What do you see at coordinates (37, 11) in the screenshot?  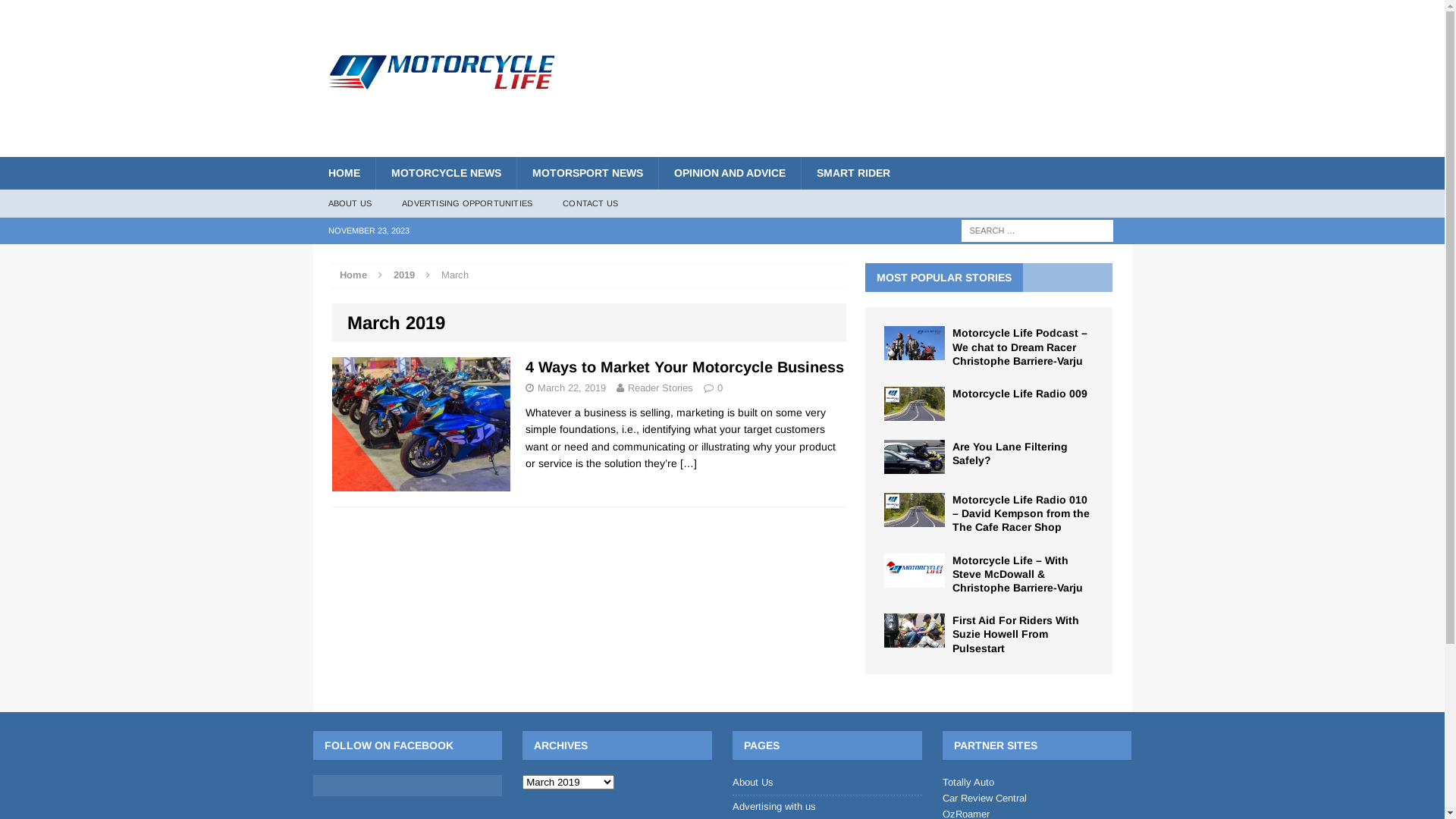 I see `'Search'` at bounding box center [37, 11].